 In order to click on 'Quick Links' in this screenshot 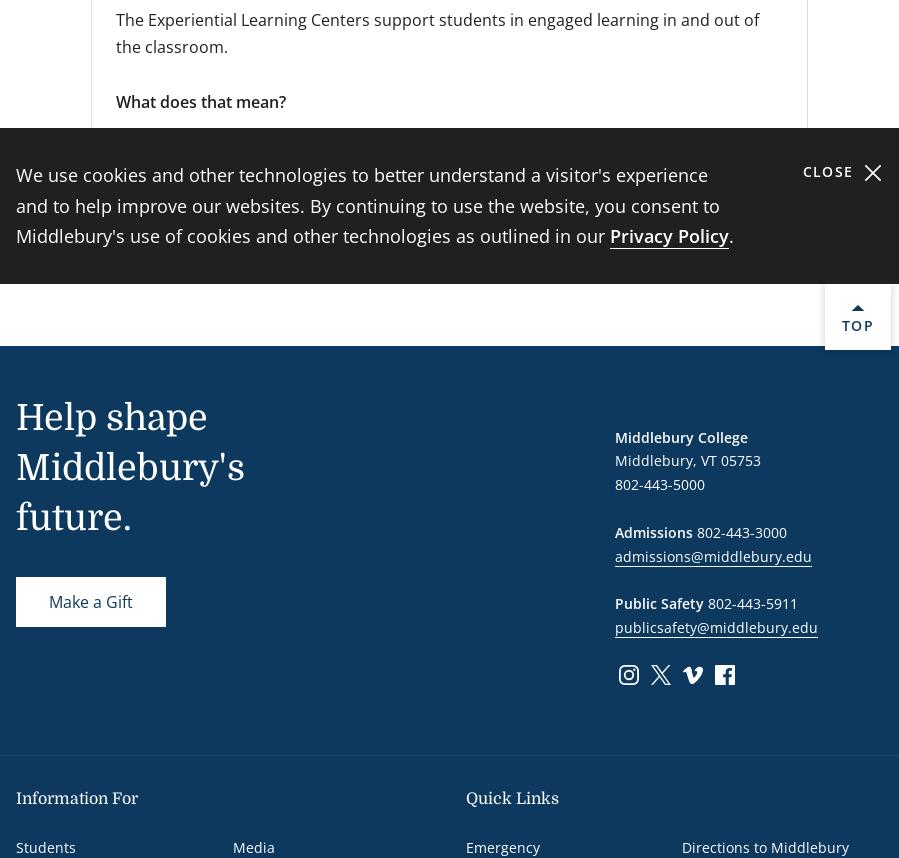, I will do `click(464, 798)`.